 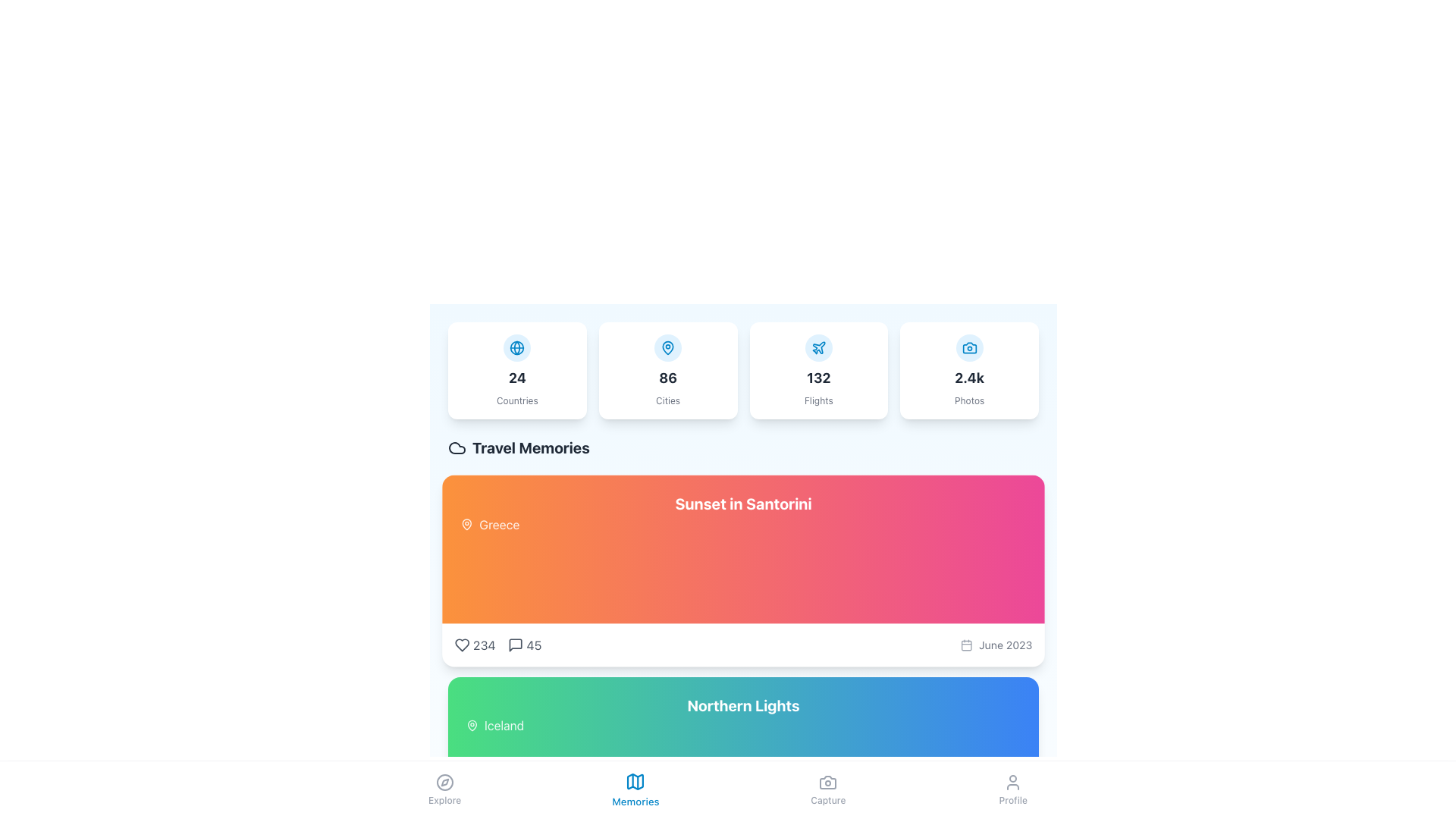 I want to click on the map pin icon located at the center of the green card labeled 'Iceland' for contextual information, so click(x=472, y=724).